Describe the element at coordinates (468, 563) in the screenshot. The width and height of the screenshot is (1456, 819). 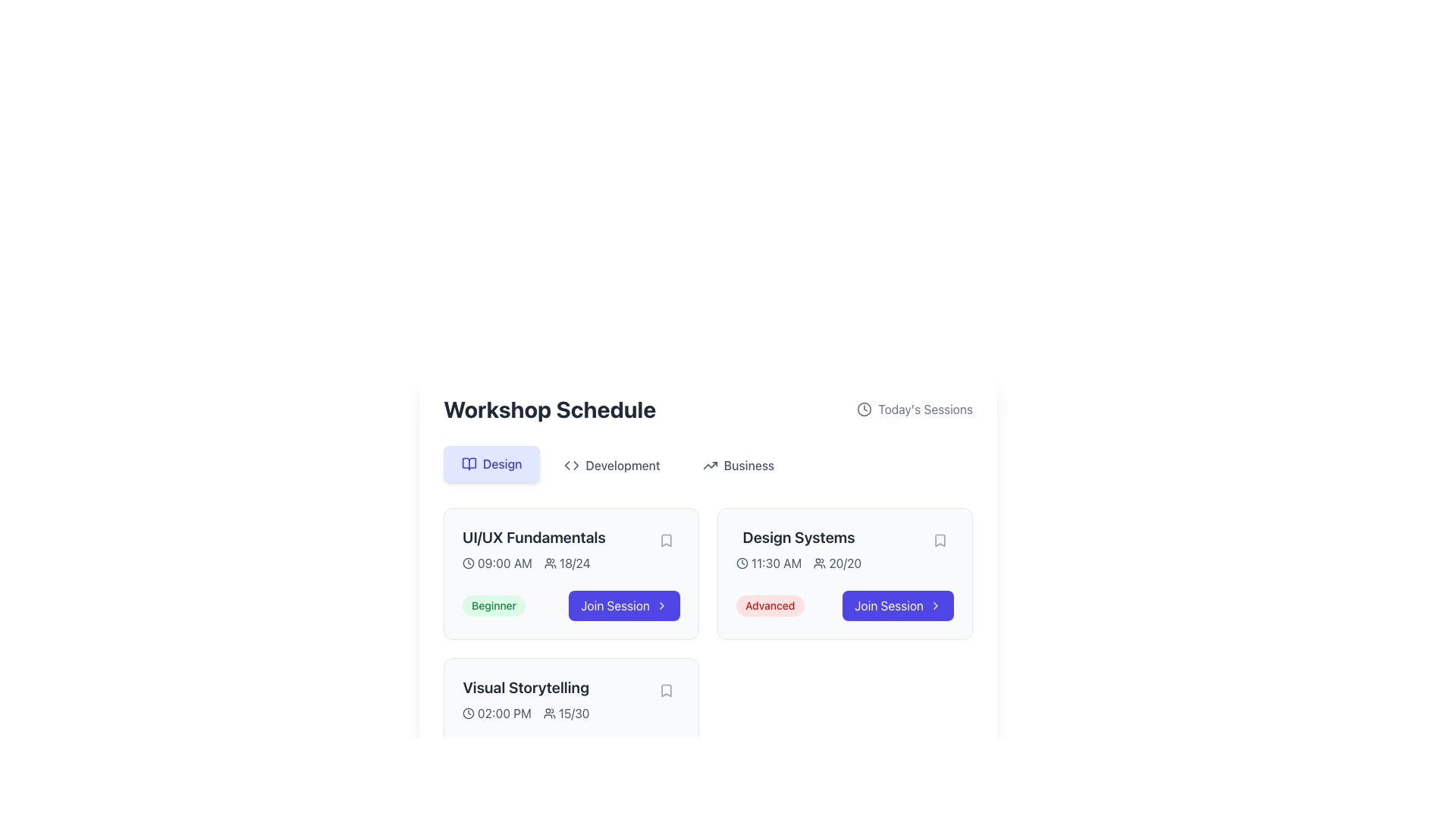
I see `the circular clock face icon located in the bottom-left corner of the 'UI/UX Fundamentals' card, which is positioned to the left of the time indicator '09:00 AM'` at that location.